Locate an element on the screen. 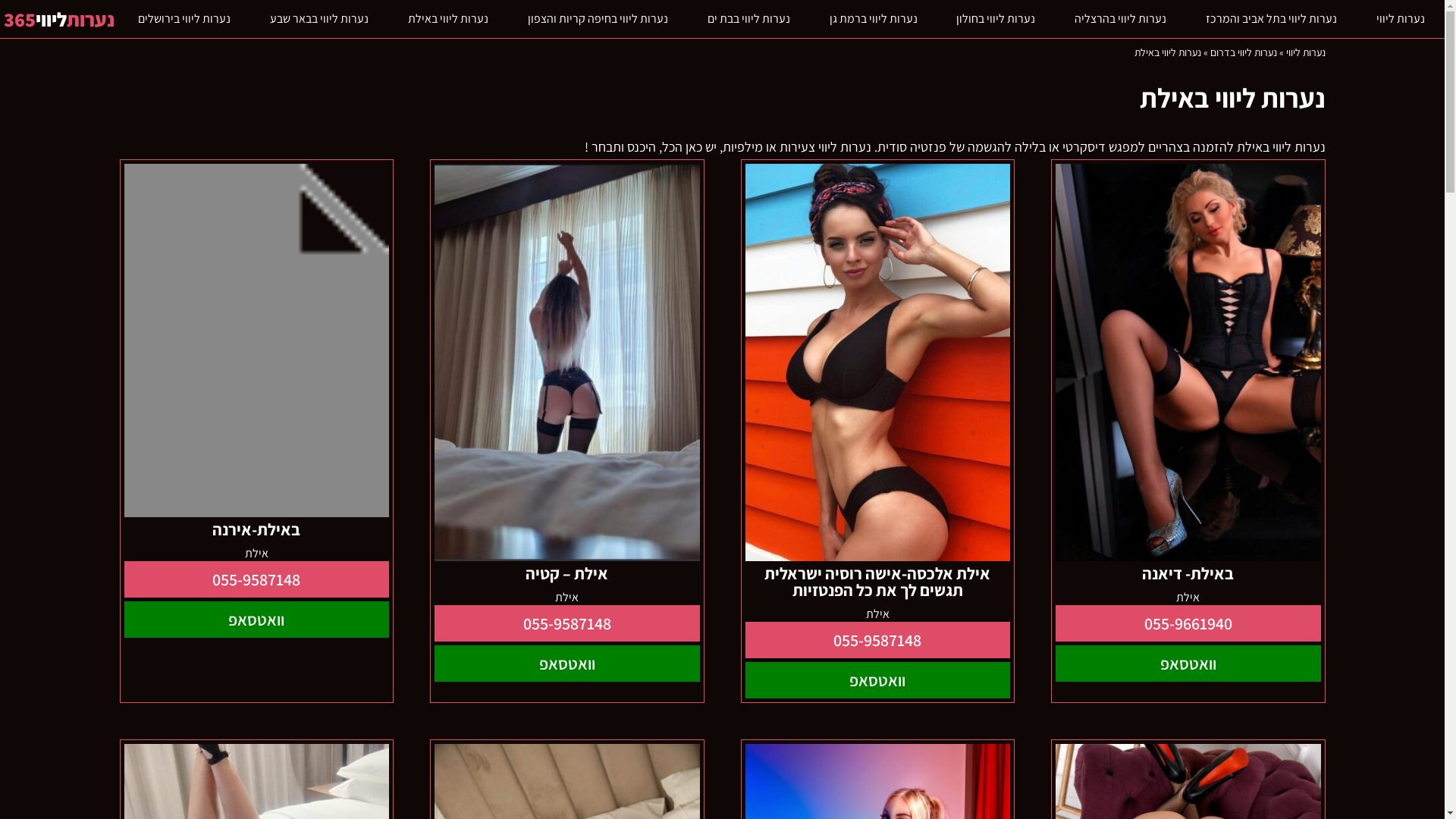  '055-9661940' is located at coordinates (1187, 623).